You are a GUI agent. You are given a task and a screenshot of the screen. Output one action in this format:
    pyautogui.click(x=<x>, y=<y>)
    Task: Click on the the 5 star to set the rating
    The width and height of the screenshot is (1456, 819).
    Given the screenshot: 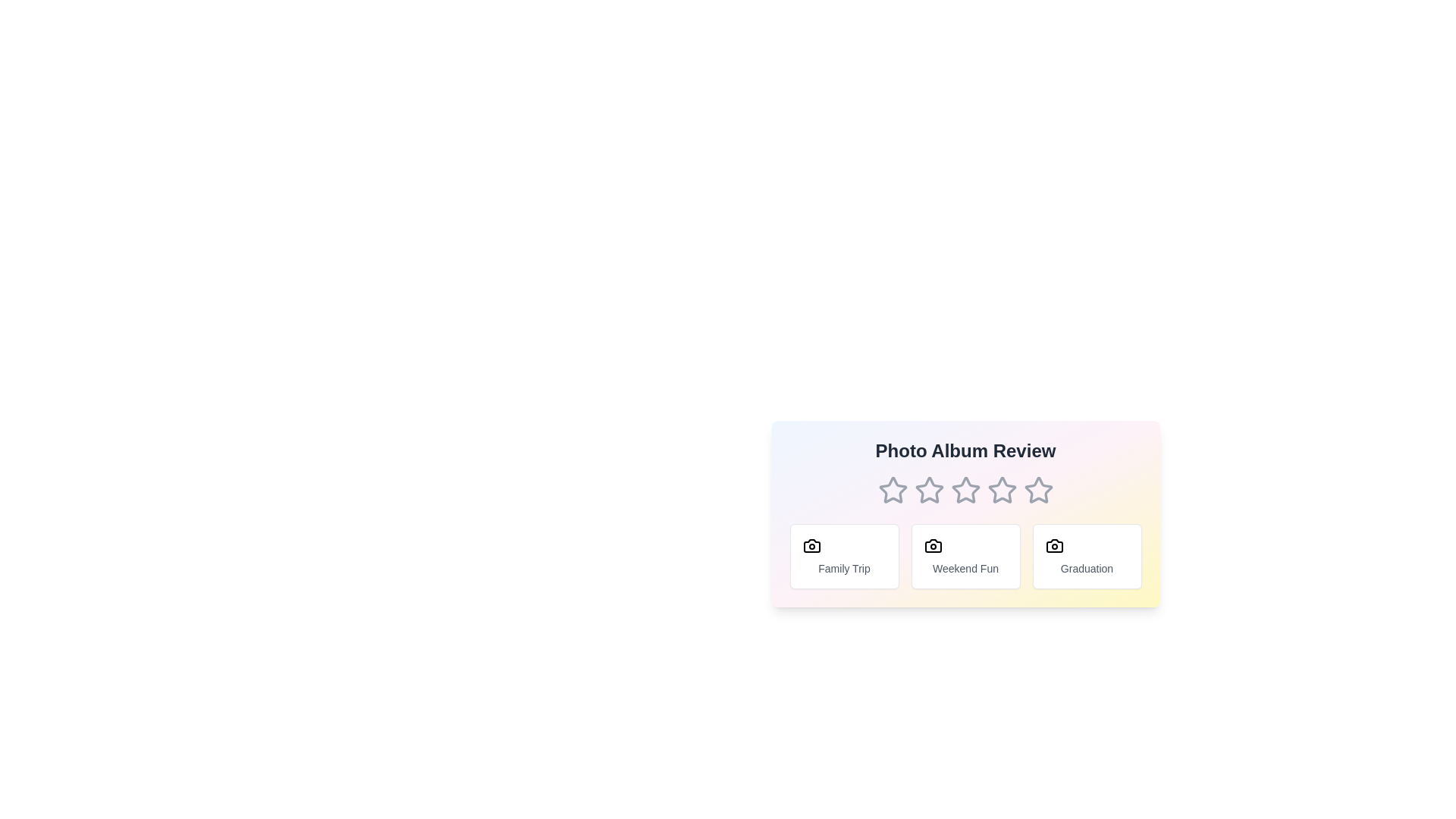 What is the action you would take?
    pyautogui.click(x=1037, y=491)
    